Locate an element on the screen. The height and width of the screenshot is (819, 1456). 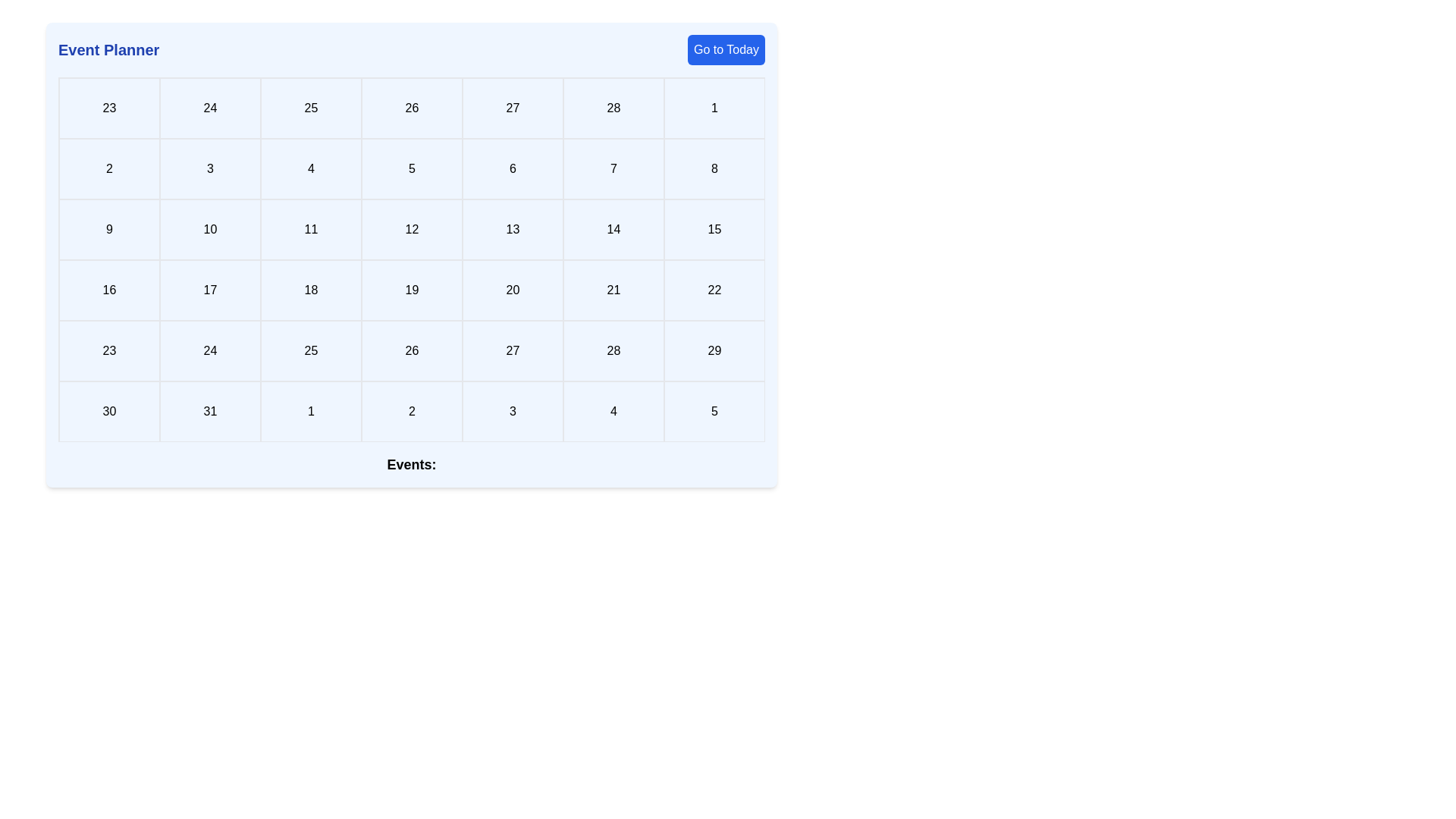
the static grid cell containing the bold black number '4' on a light blue background, located in the sixth row and fourth column of the grid layout is located at coordinates (613, 412).